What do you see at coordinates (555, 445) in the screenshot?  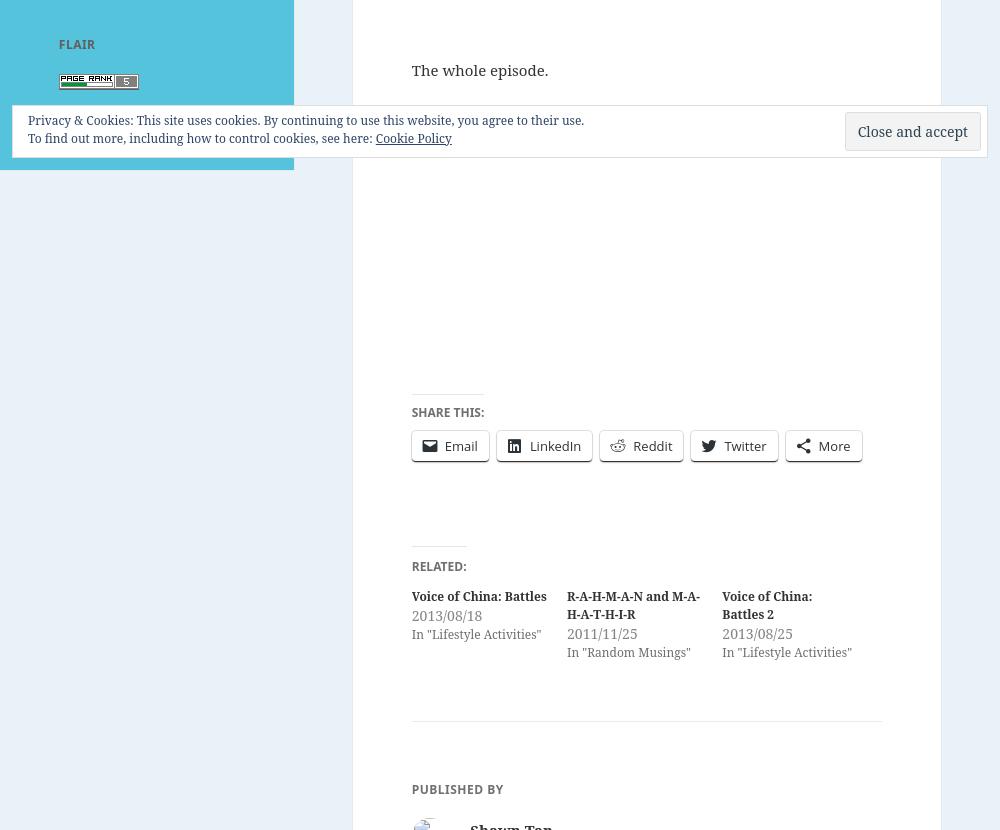 I see `'LinkedIn'` at bounding box center [555, 445].